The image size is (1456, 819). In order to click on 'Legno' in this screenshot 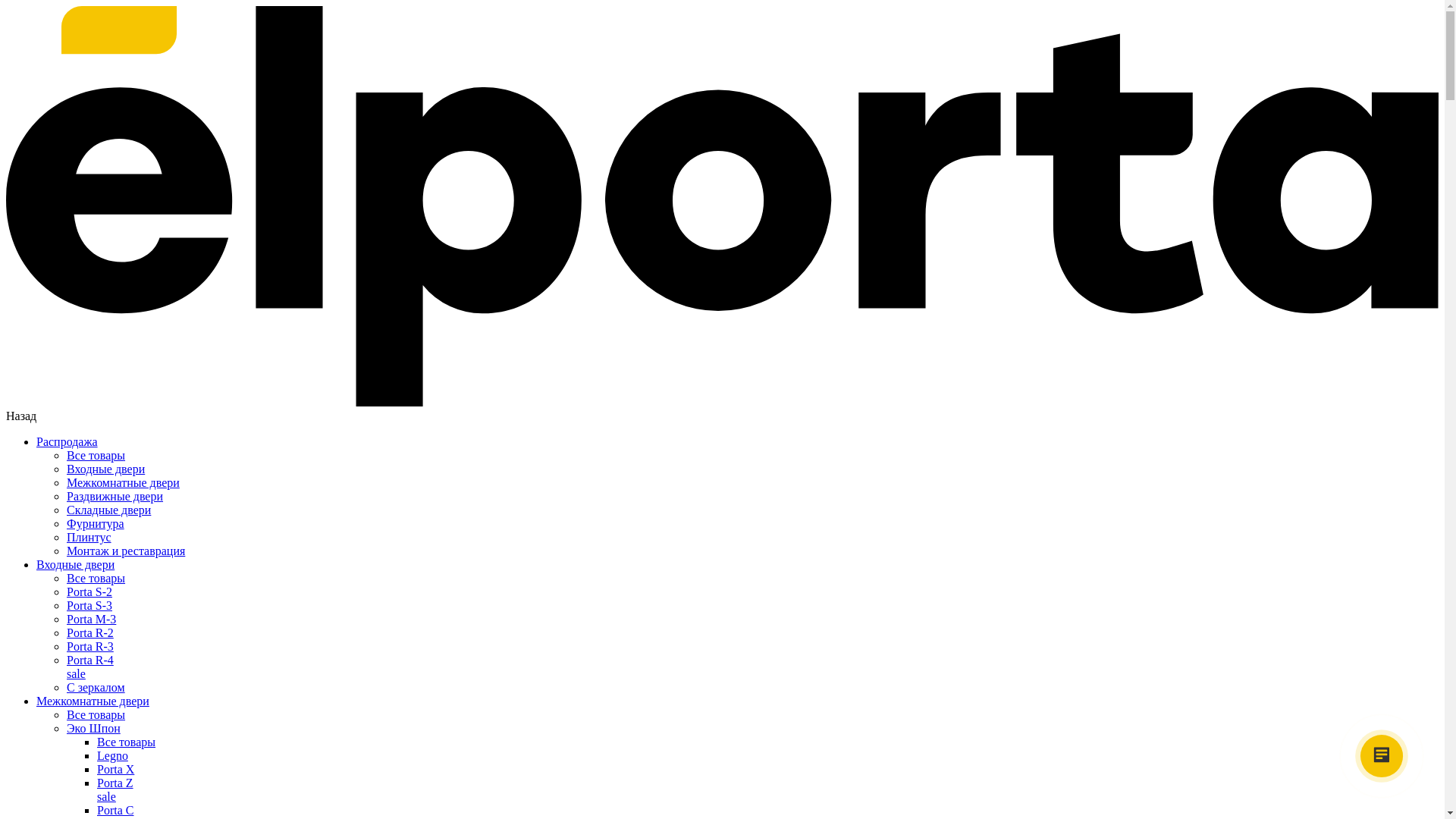, I will do `click(96, 755)`.